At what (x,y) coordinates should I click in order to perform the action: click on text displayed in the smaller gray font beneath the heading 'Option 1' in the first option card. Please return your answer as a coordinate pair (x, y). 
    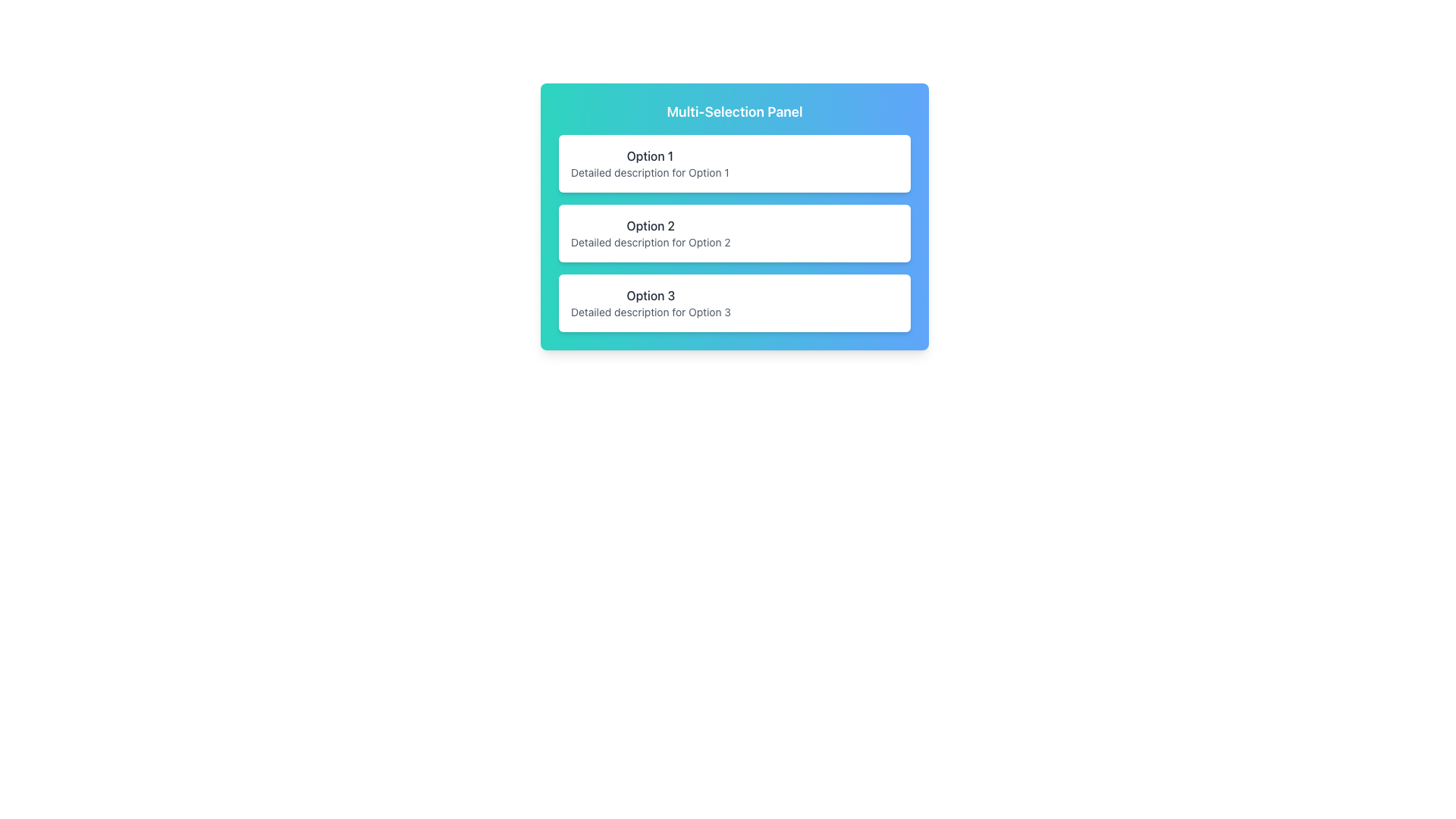
    Looking at the image, I should click on (650, 171).